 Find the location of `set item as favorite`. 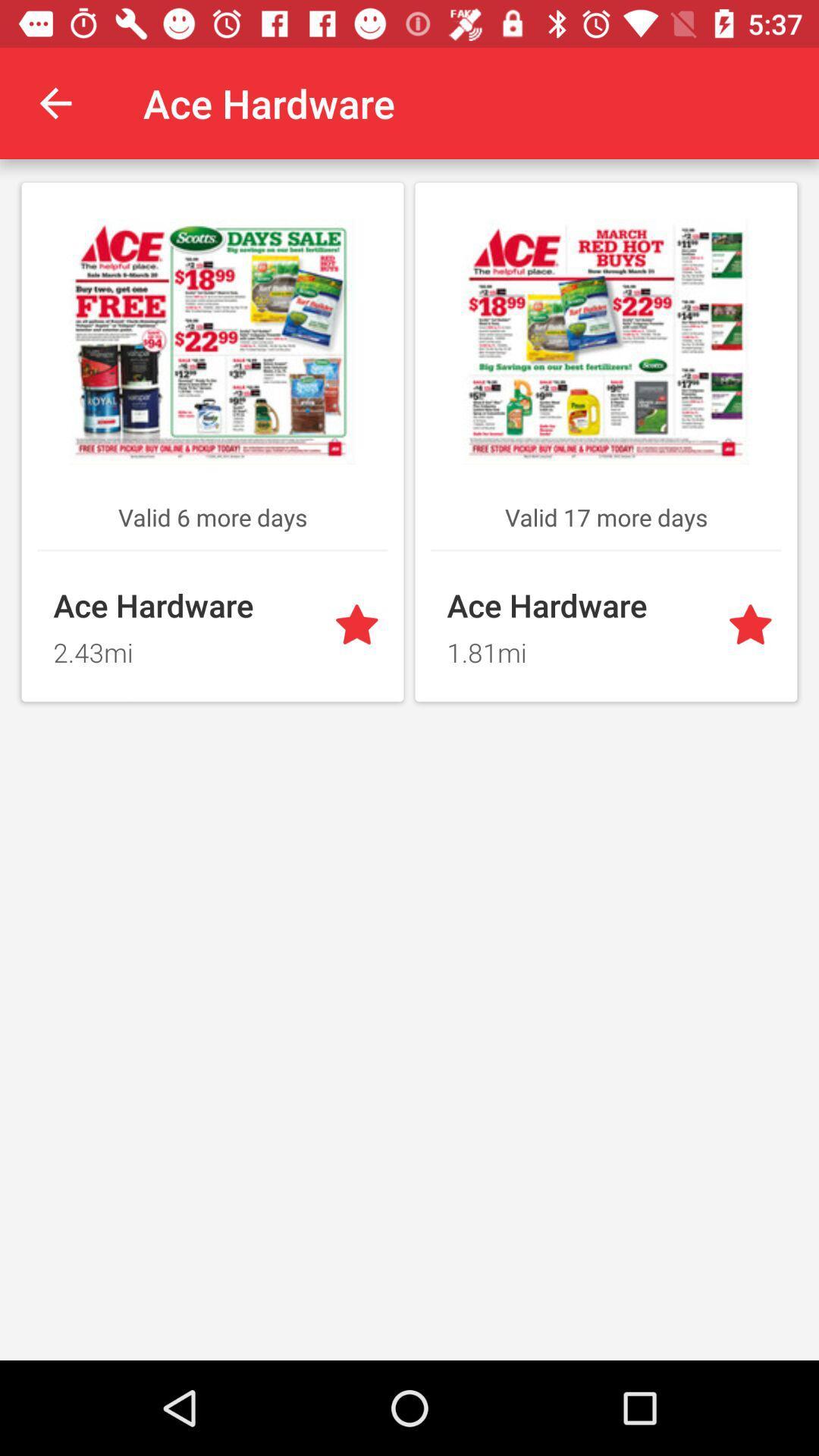

set item as favorite is located at coordinates (753, 626).